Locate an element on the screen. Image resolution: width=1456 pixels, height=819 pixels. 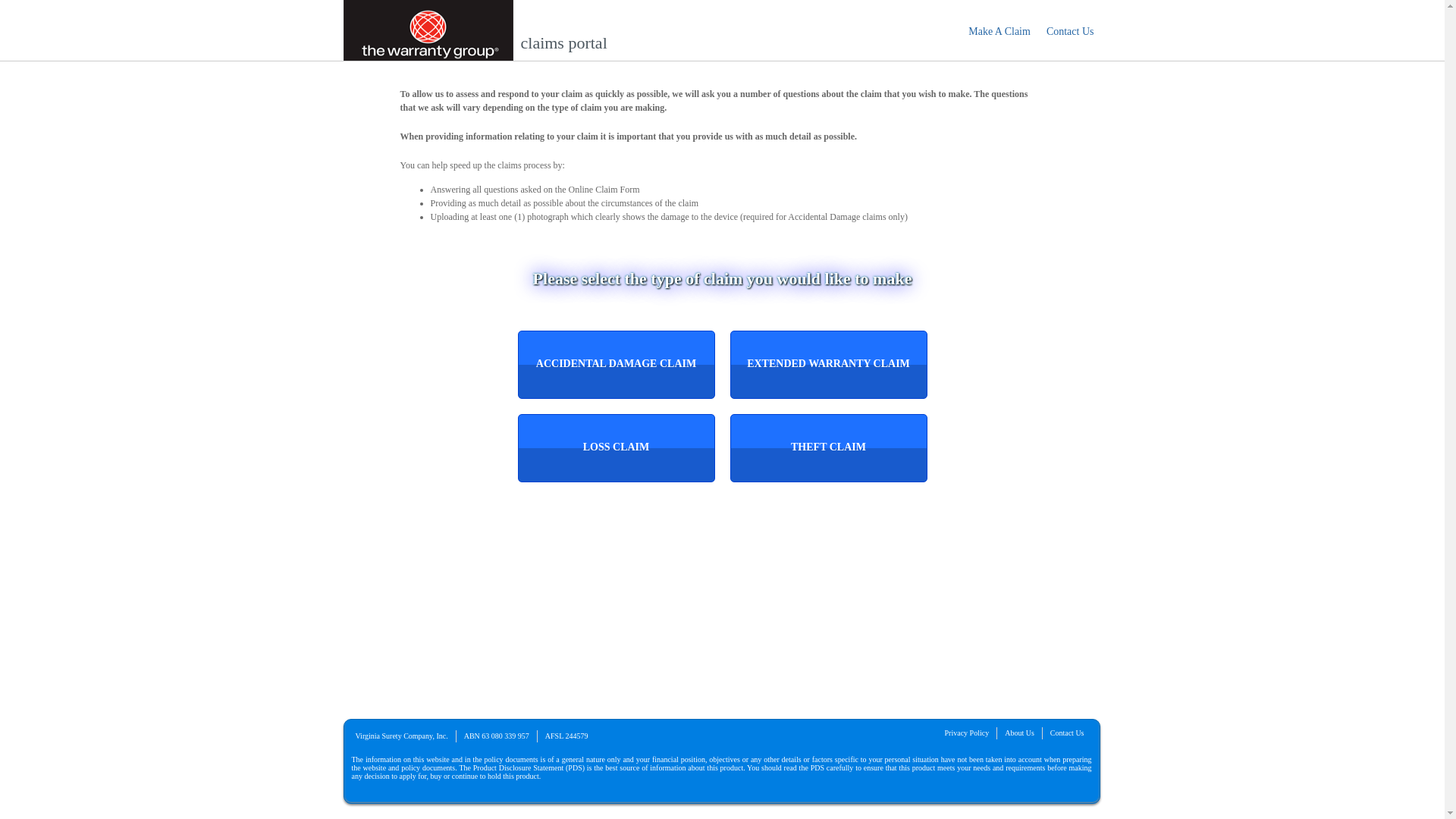
'Extended Warranty Claim' is located at coordinates (827, 365).